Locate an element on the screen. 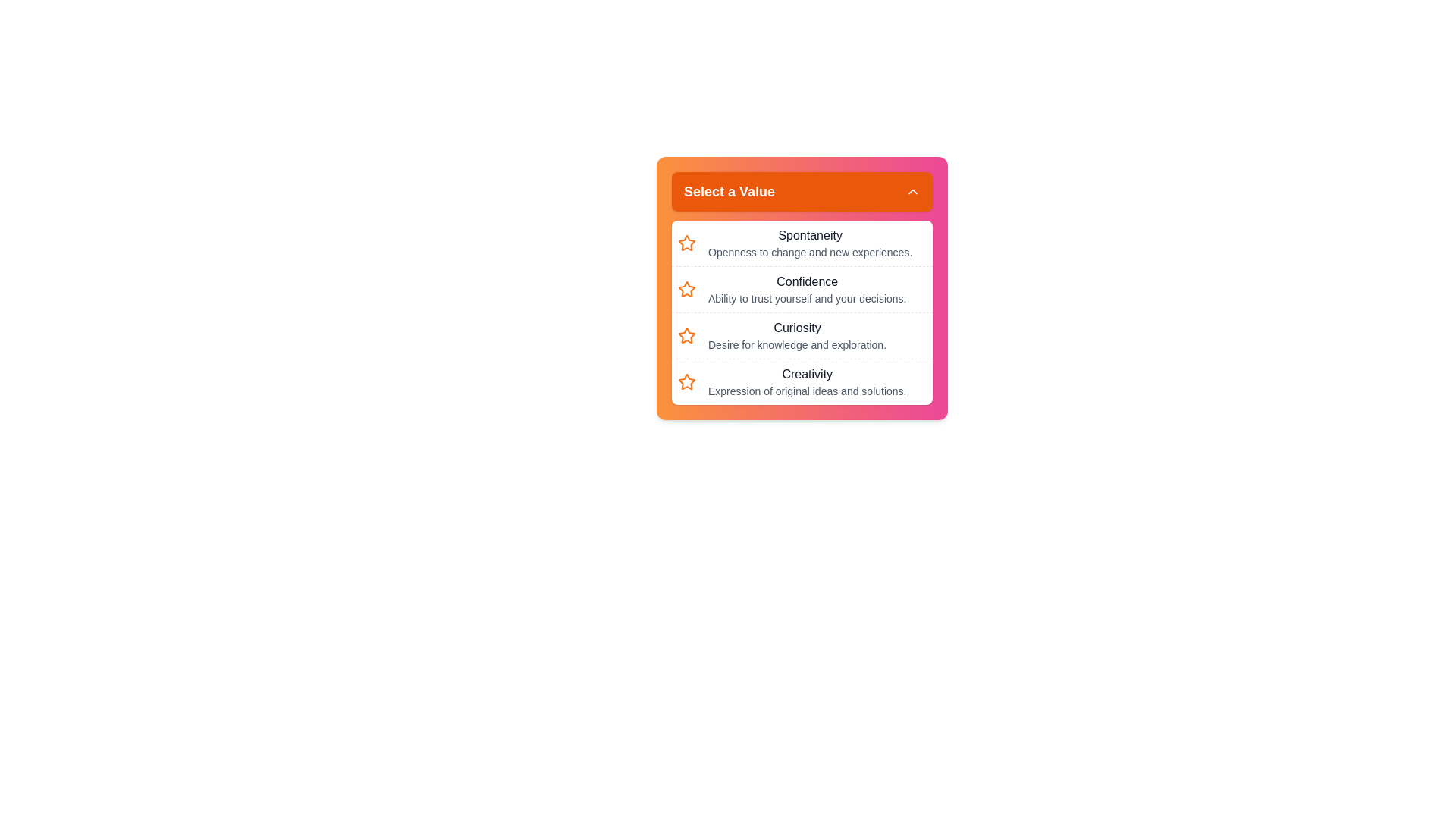 Image resolution: width=1456 pixels, height=819 pixels. the star icon associated with the 'Confidence' list item in the drop-down selection menu, which is the second item from the top is located at coordinates (686, 289).